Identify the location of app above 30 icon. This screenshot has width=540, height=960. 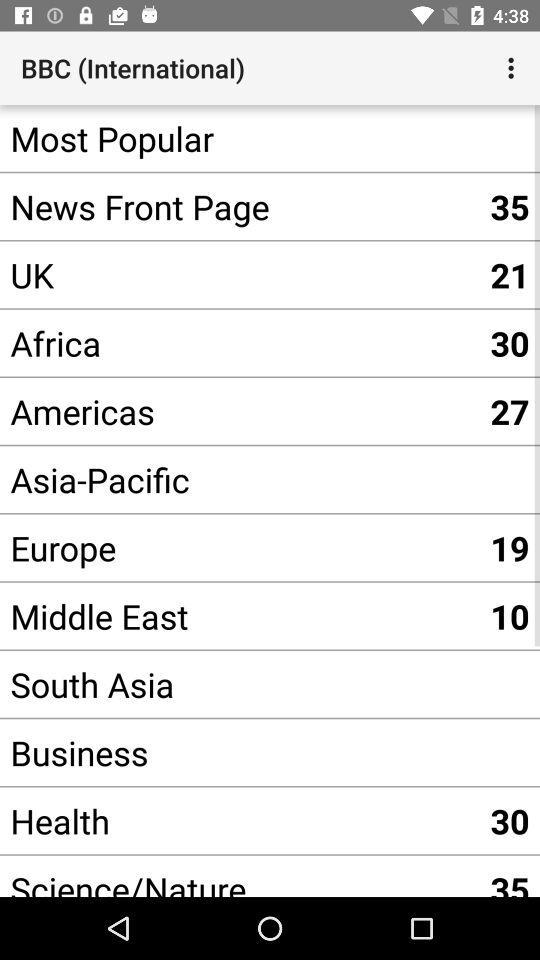
(239, 273).